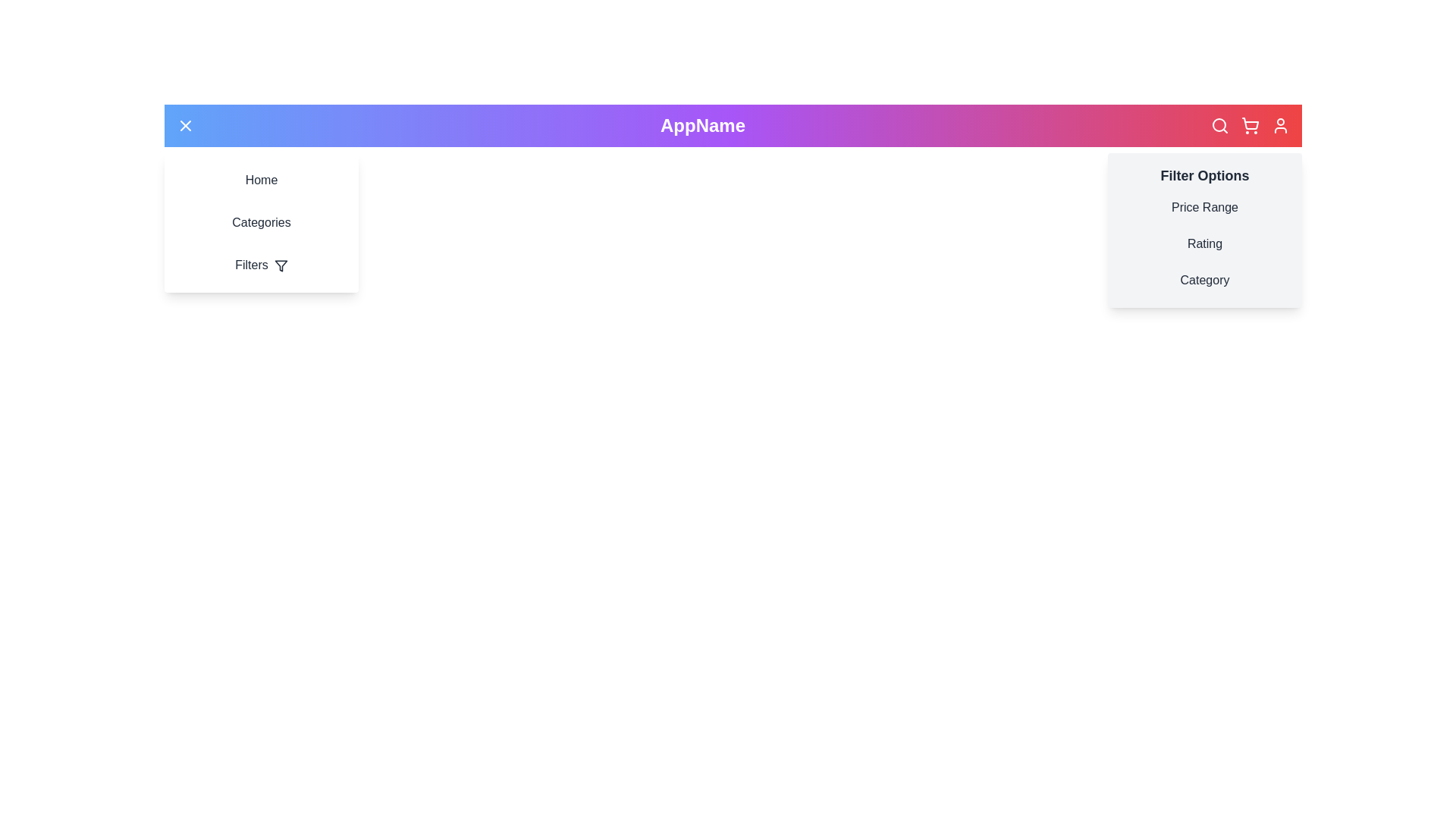 The image size is (1456, 819). Describe the element at coordinates (281, 265) in the screenshot. I see `the filter icon located immediately after the text 'Filters' in the dropdown menu` at that location.